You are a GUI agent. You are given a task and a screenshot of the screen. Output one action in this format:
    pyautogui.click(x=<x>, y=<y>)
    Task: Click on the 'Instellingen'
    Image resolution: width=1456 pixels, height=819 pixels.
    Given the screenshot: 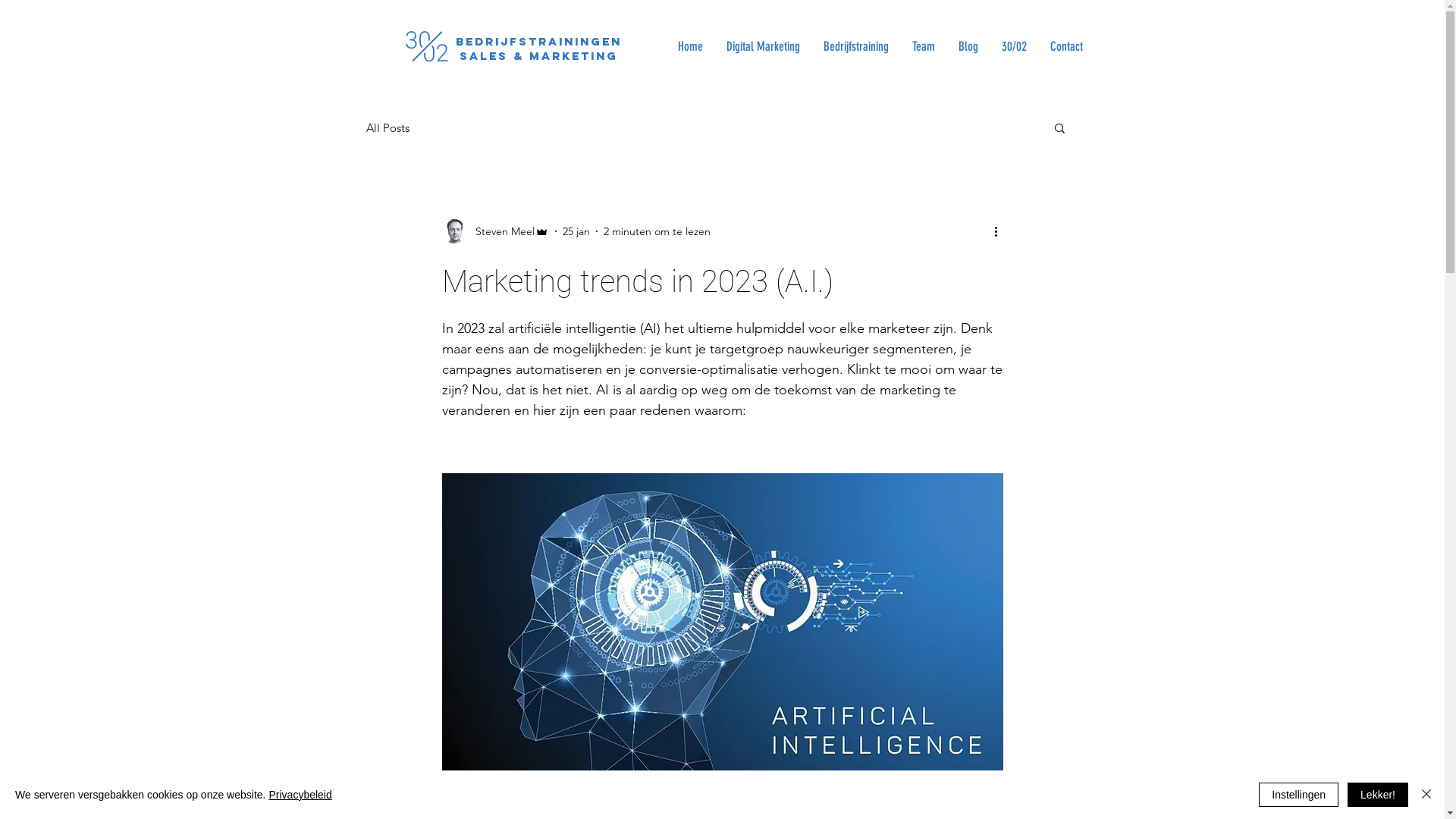 What is the action you would take?
    pyautogui.click(x=1298, y=794)
    